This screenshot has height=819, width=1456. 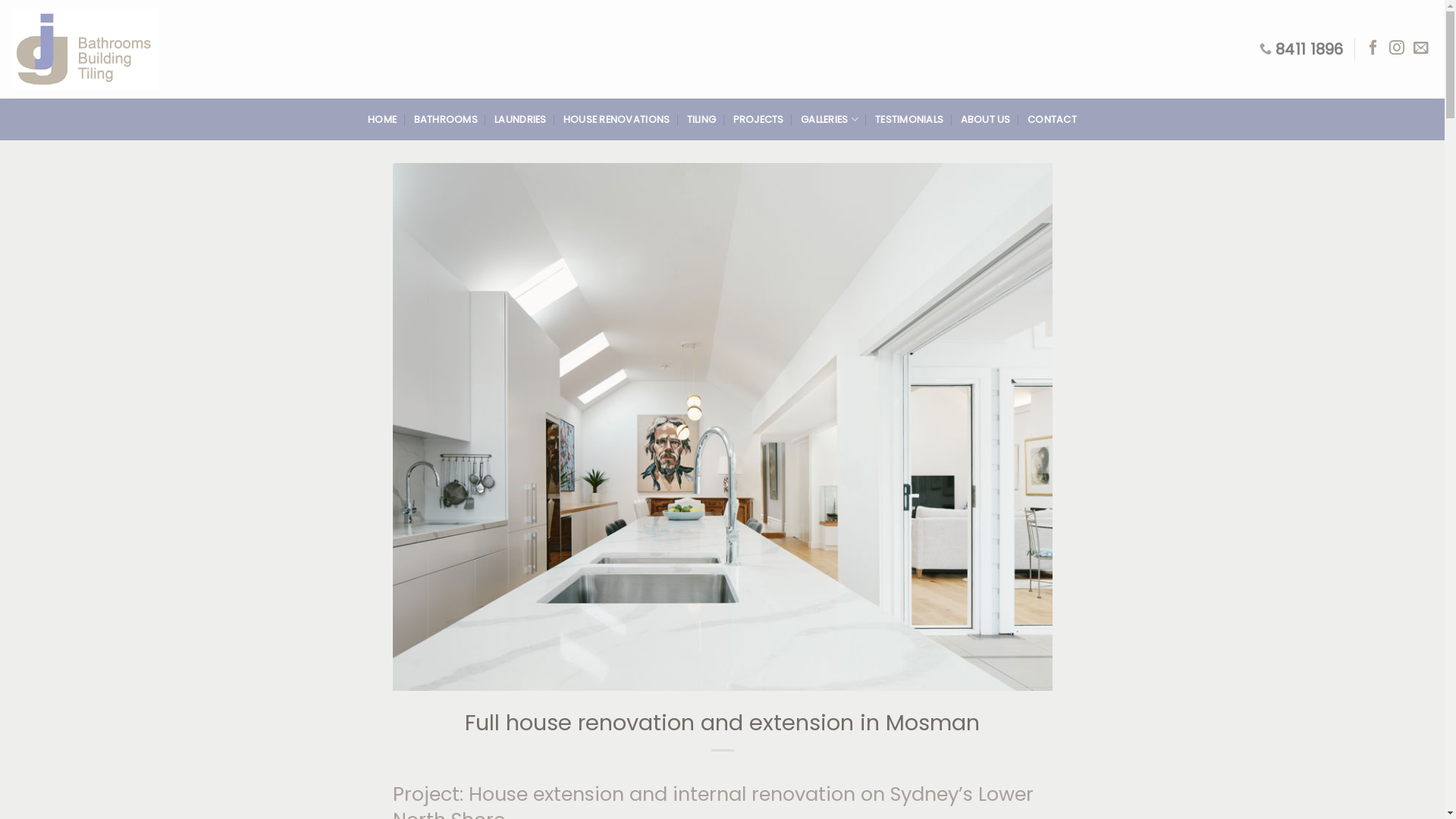 I want to click on '8411 1896', so click(x=1301, y=48).